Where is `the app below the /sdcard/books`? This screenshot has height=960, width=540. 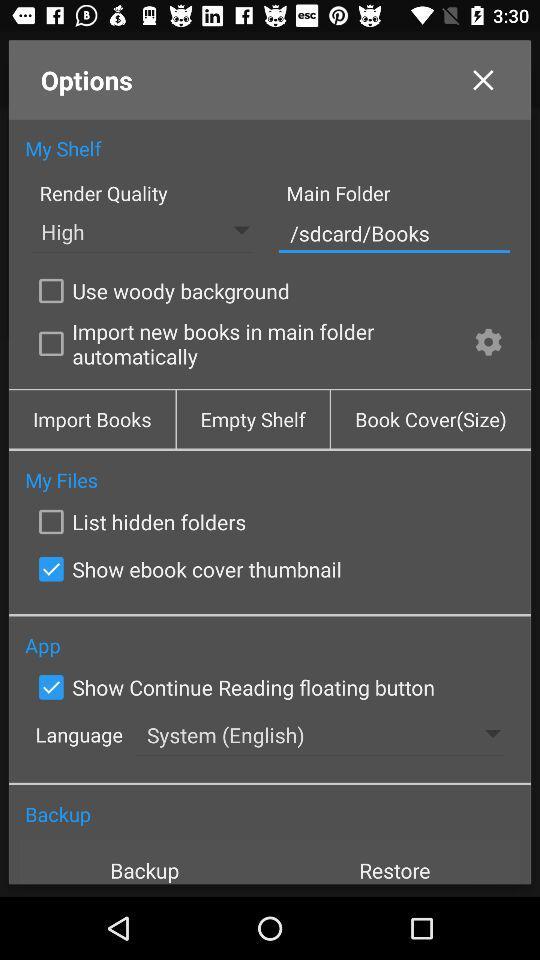
the app below the /sdcard/books is located at coordinates (487, 345).